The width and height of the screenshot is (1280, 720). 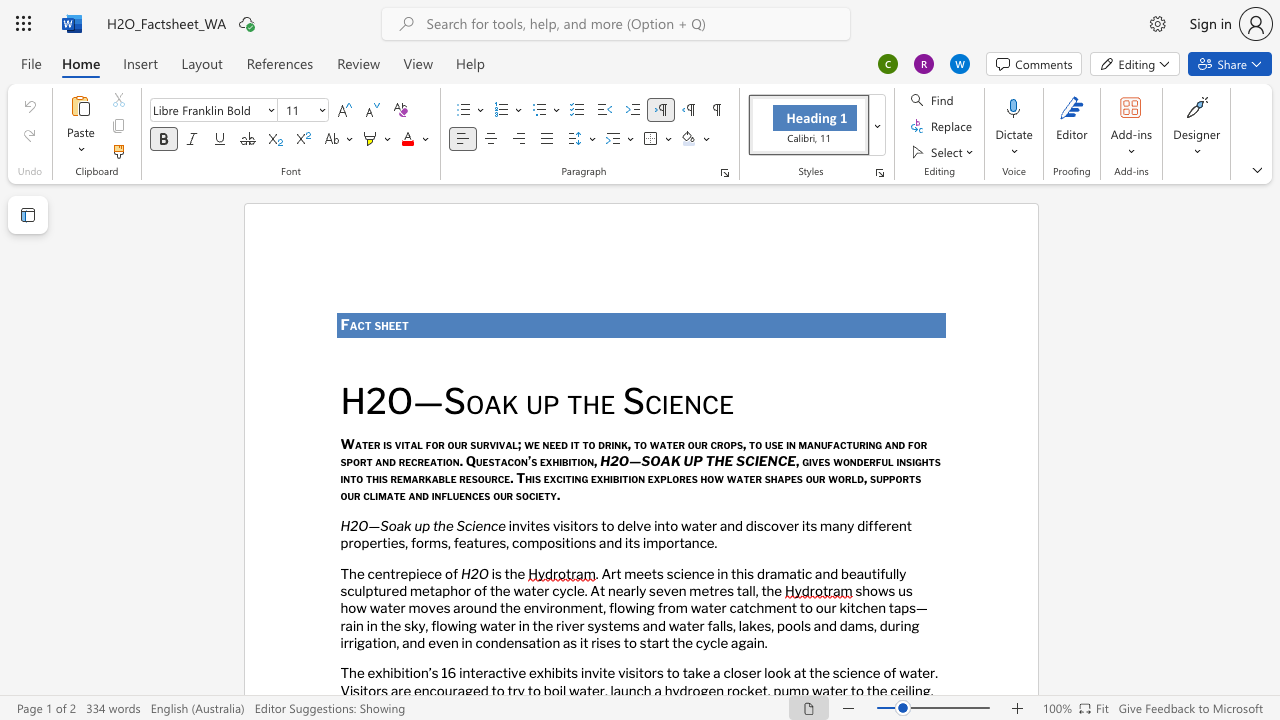 I want to click on the 1th character "p" in the text, so click(x=551, y=402).